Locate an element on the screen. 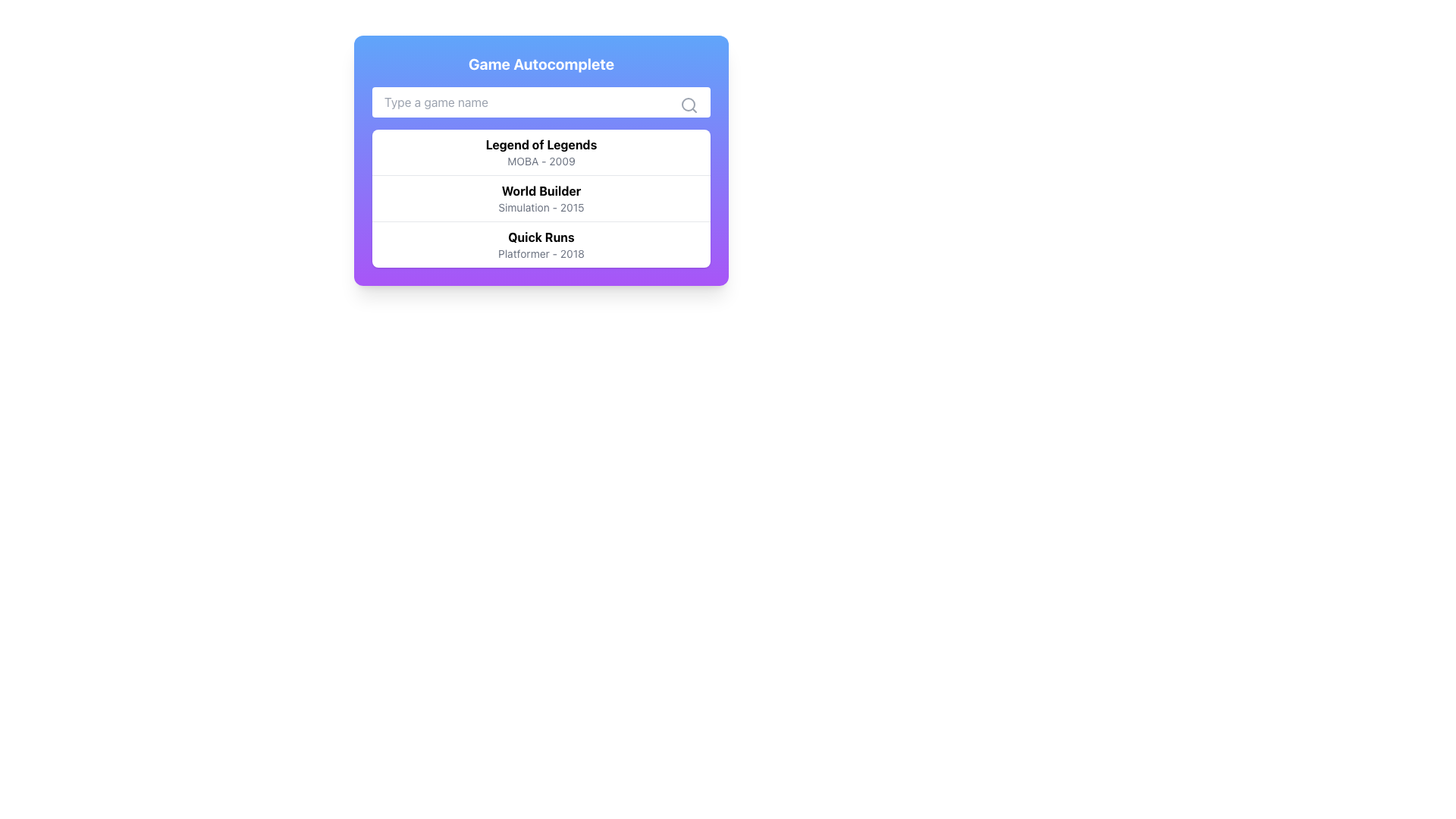  the list item option for 'Quick Runs', which is the third entry in the dropdown list is located at coordinates (541, 243).